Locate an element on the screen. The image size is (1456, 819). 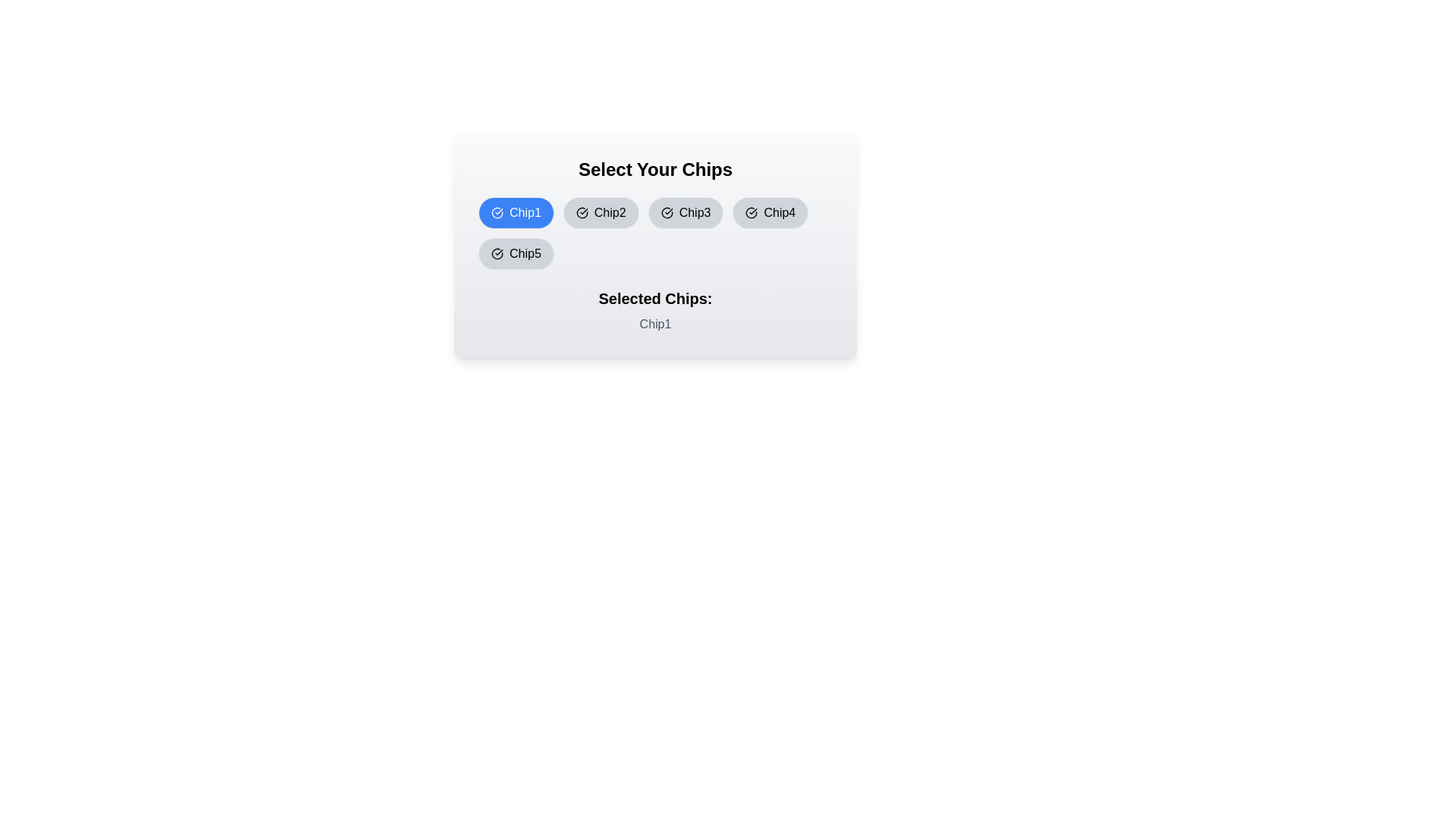
the heading text 'Select Your Chips' is located at coordinates (655, 169).